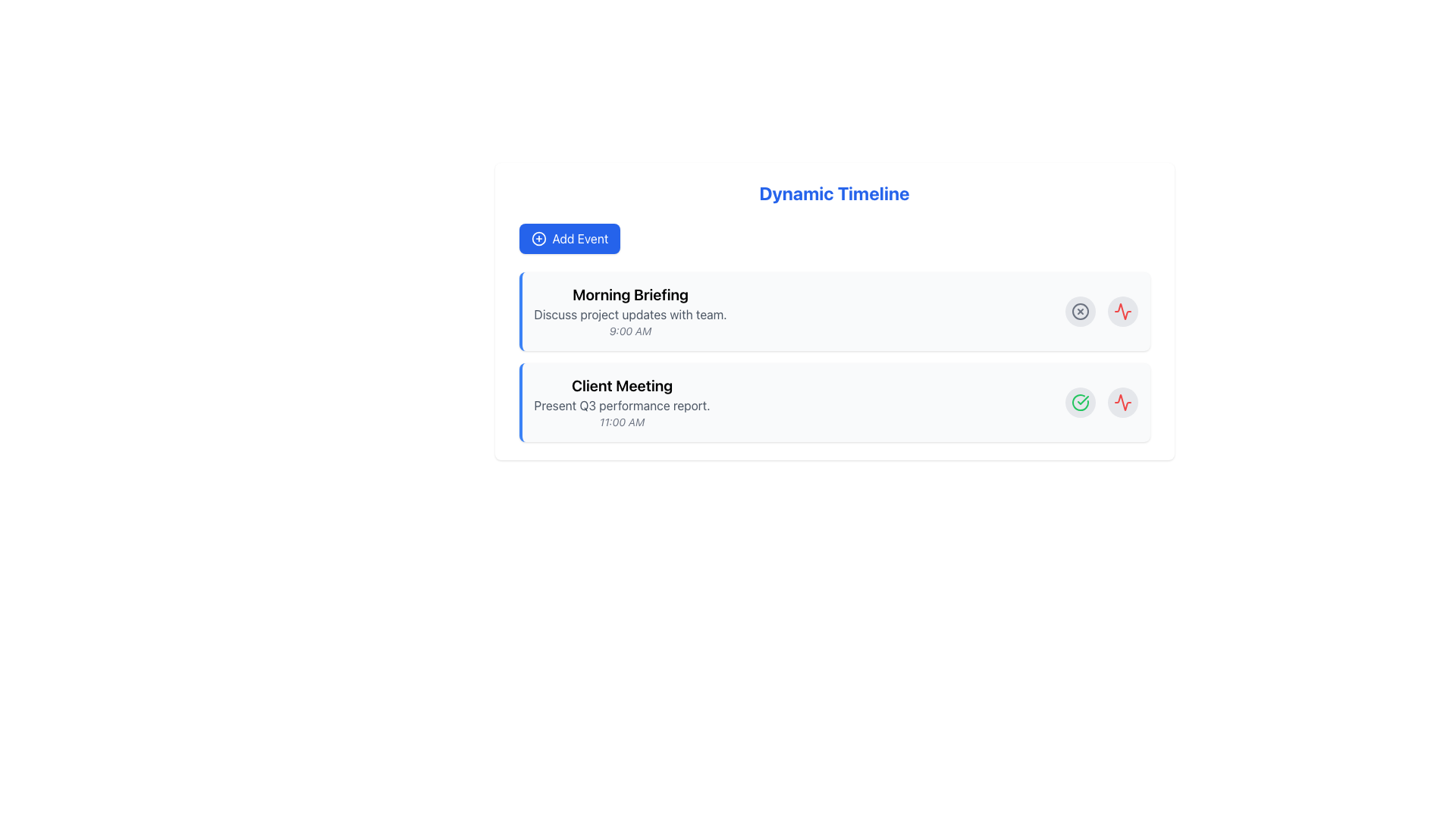 This screenshot has width=1456, height=819. I want to click on the plus sign icon inside the circular border located within the 'Add Event' button, so click(538, 239).